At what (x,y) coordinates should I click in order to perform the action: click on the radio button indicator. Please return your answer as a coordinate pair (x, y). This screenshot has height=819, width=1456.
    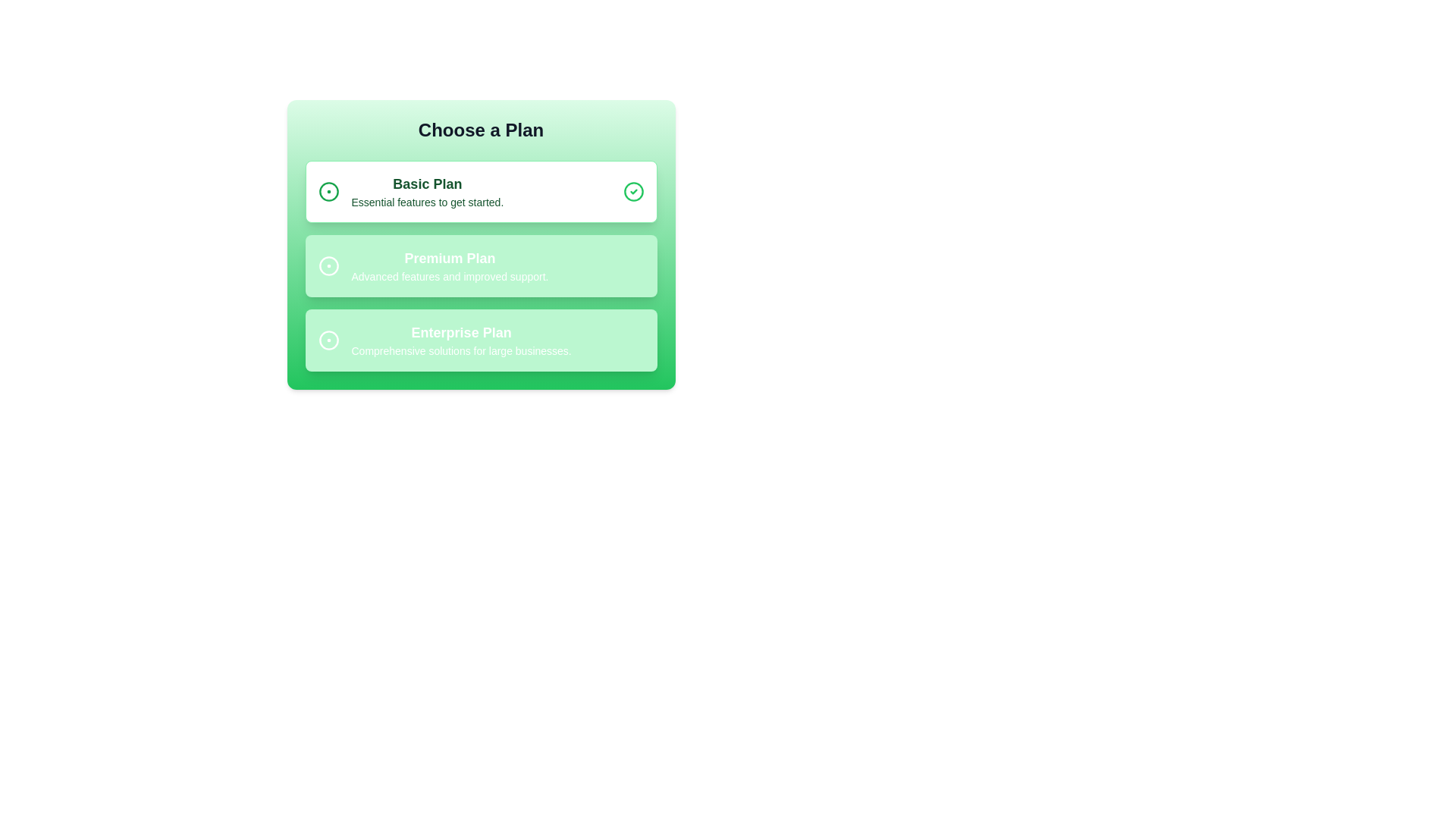
    Looking at the image, I should click on (328, 265).